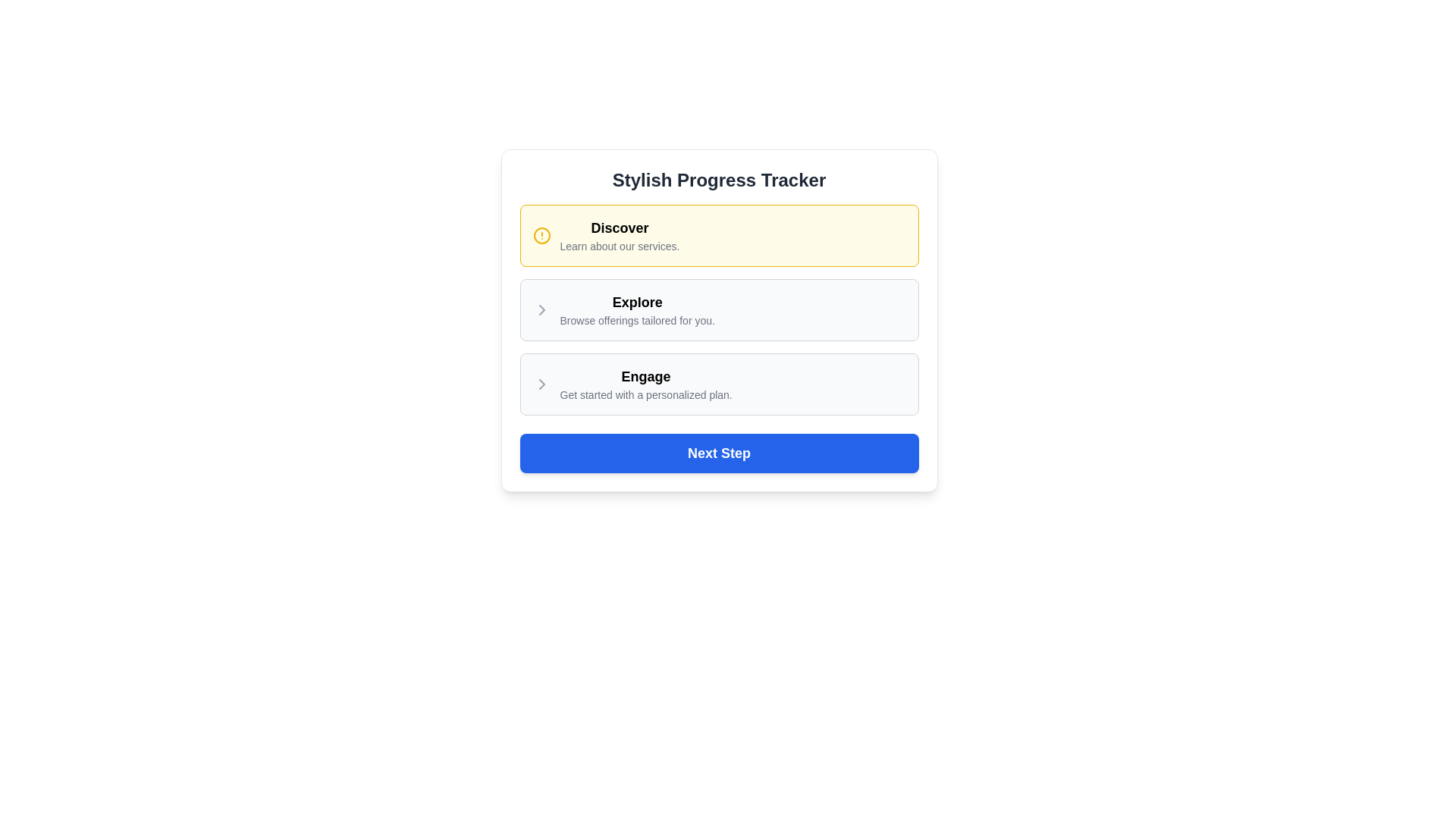  I want to click on any of the sections (Discover, Explore, Engage) in the vertical stack of bordered containers to interact with them, so click(718, 309).